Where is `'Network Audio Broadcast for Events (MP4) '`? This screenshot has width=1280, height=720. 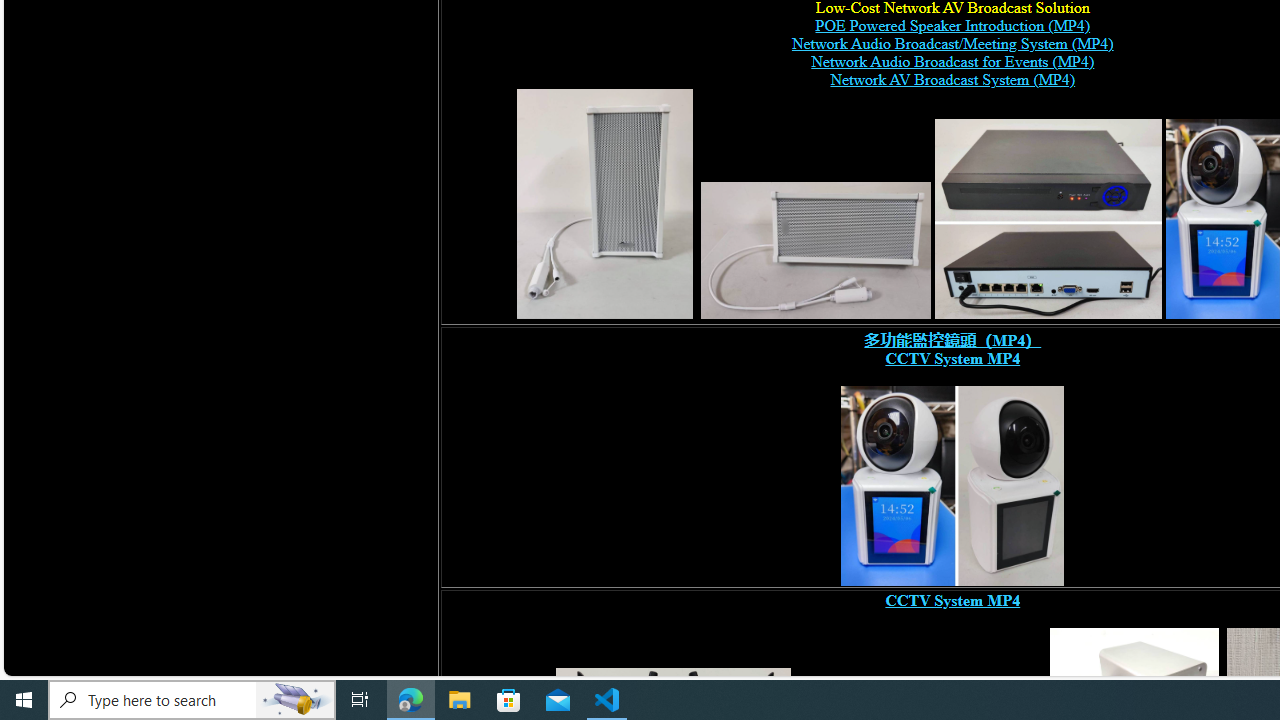 'Network Audio Broadcast for Events (MP4) ' is located at coordinates (951, 61).